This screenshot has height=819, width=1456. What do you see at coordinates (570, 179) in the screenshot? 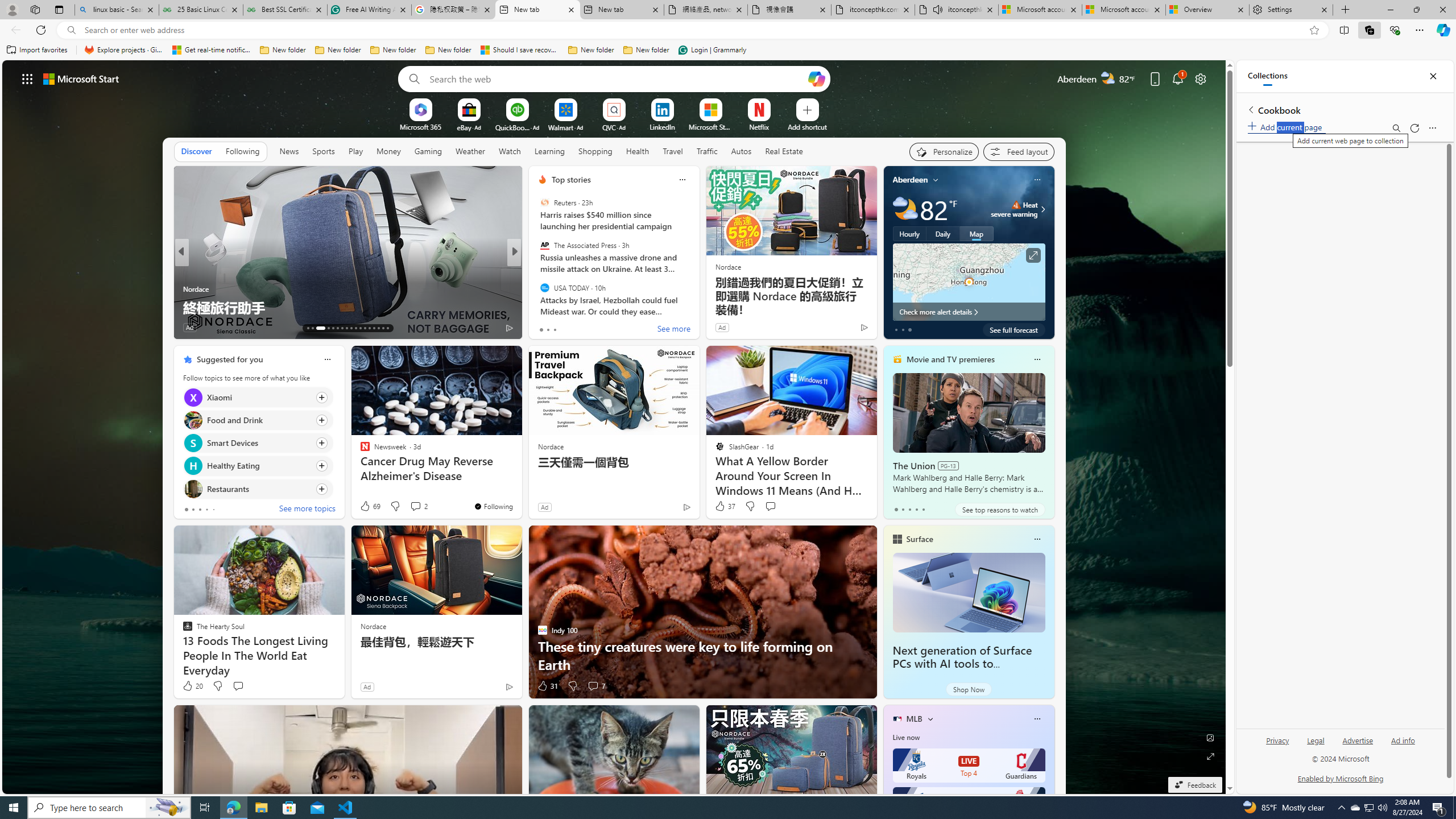
I see `'Top stories'` at bounding box center [570, 179].